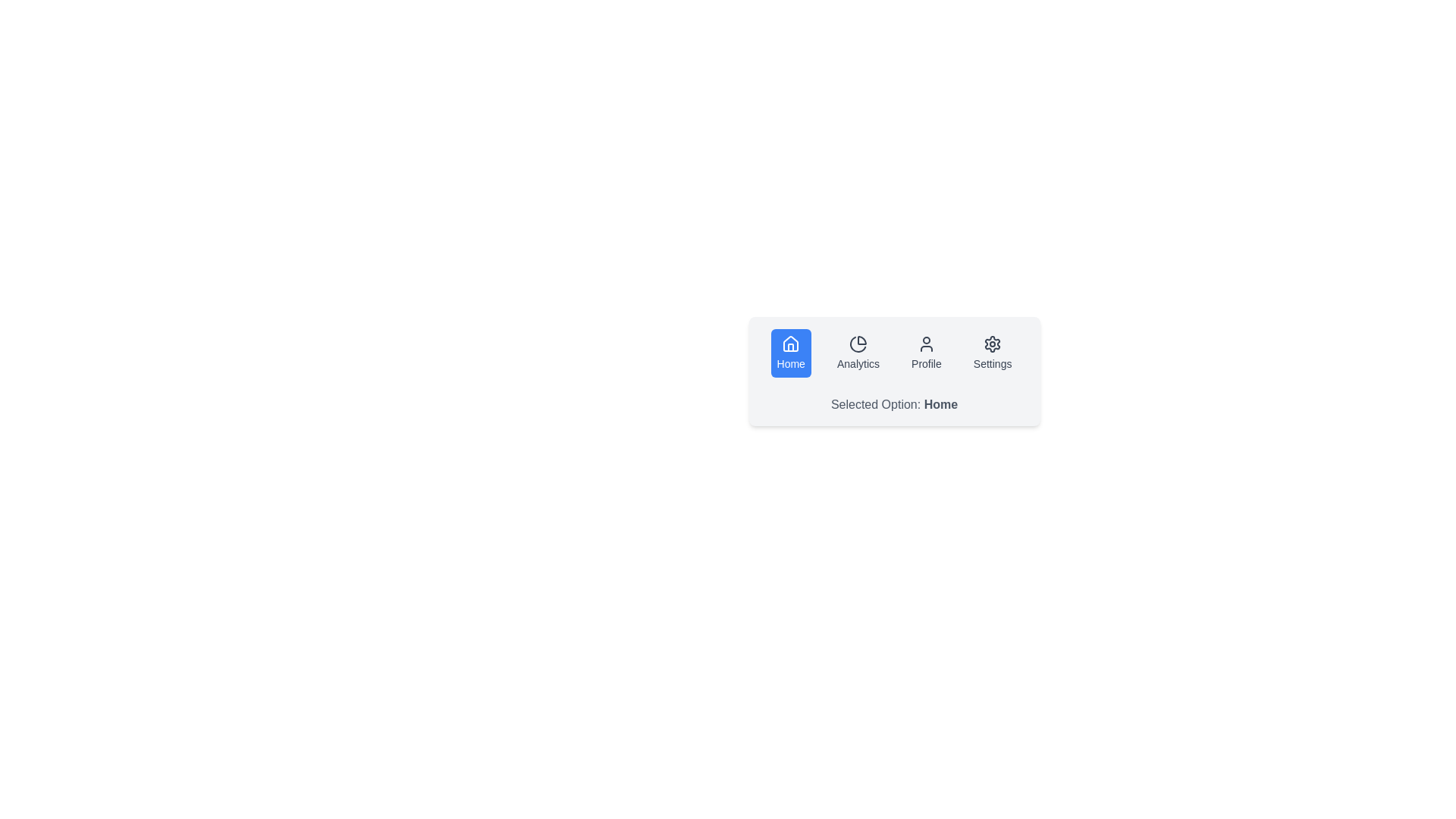 The height and width of the screenshot is (819, 1456). What do you see at coordinates (993, 344) in the screenshot?
I see `the gear icon, which is designed in a line style with a circular center and multiple teeth, located above the 'Settings' text` at bounding box center [993, 344].